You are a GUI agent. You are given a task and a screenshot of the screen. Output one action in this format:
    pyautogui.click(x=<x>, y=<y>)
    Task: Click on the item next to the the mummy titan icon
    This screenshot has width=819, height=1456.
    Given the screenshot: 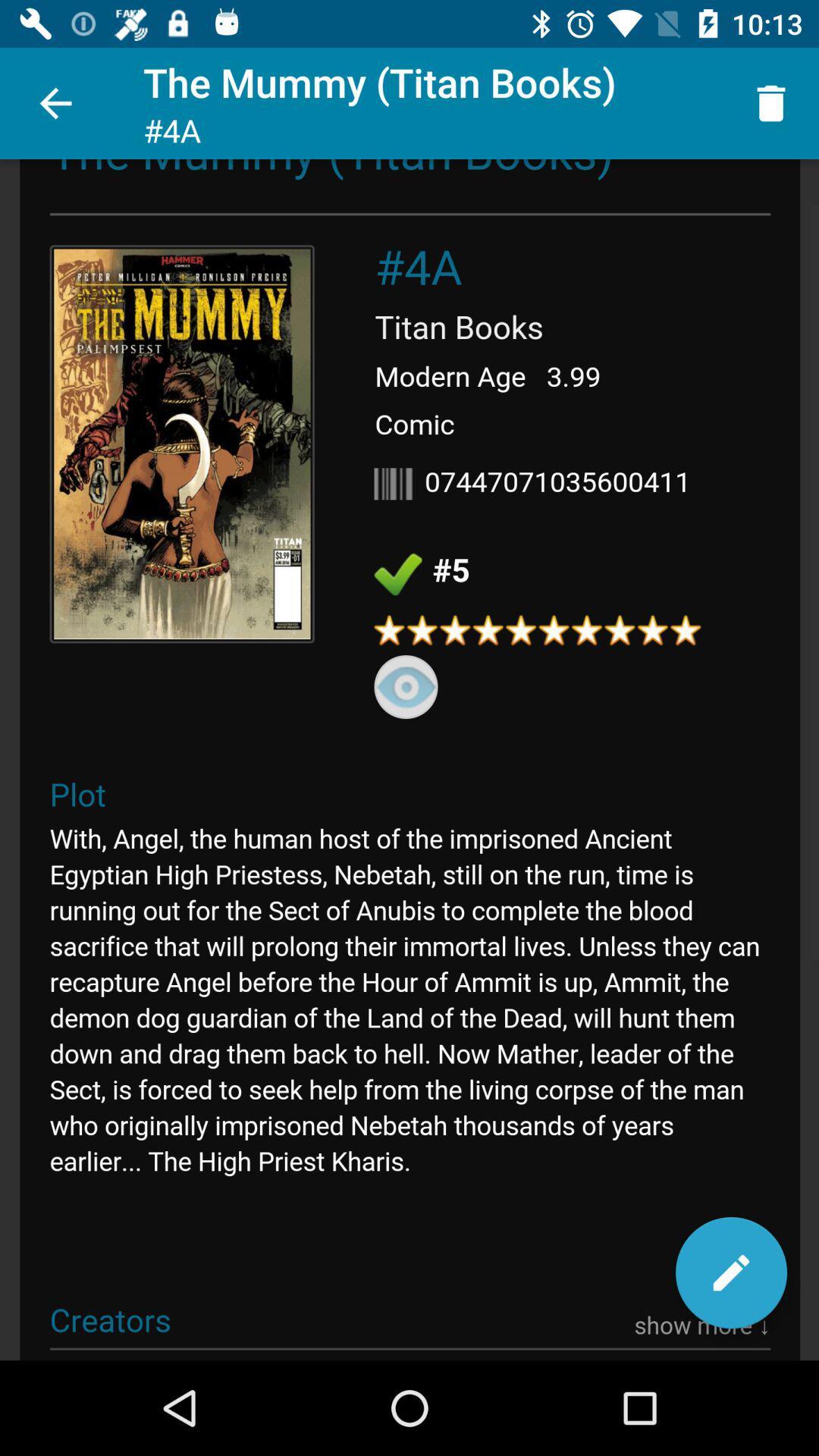 What is the action you would take?
    pyautogui.click(x=771, y=102)
    